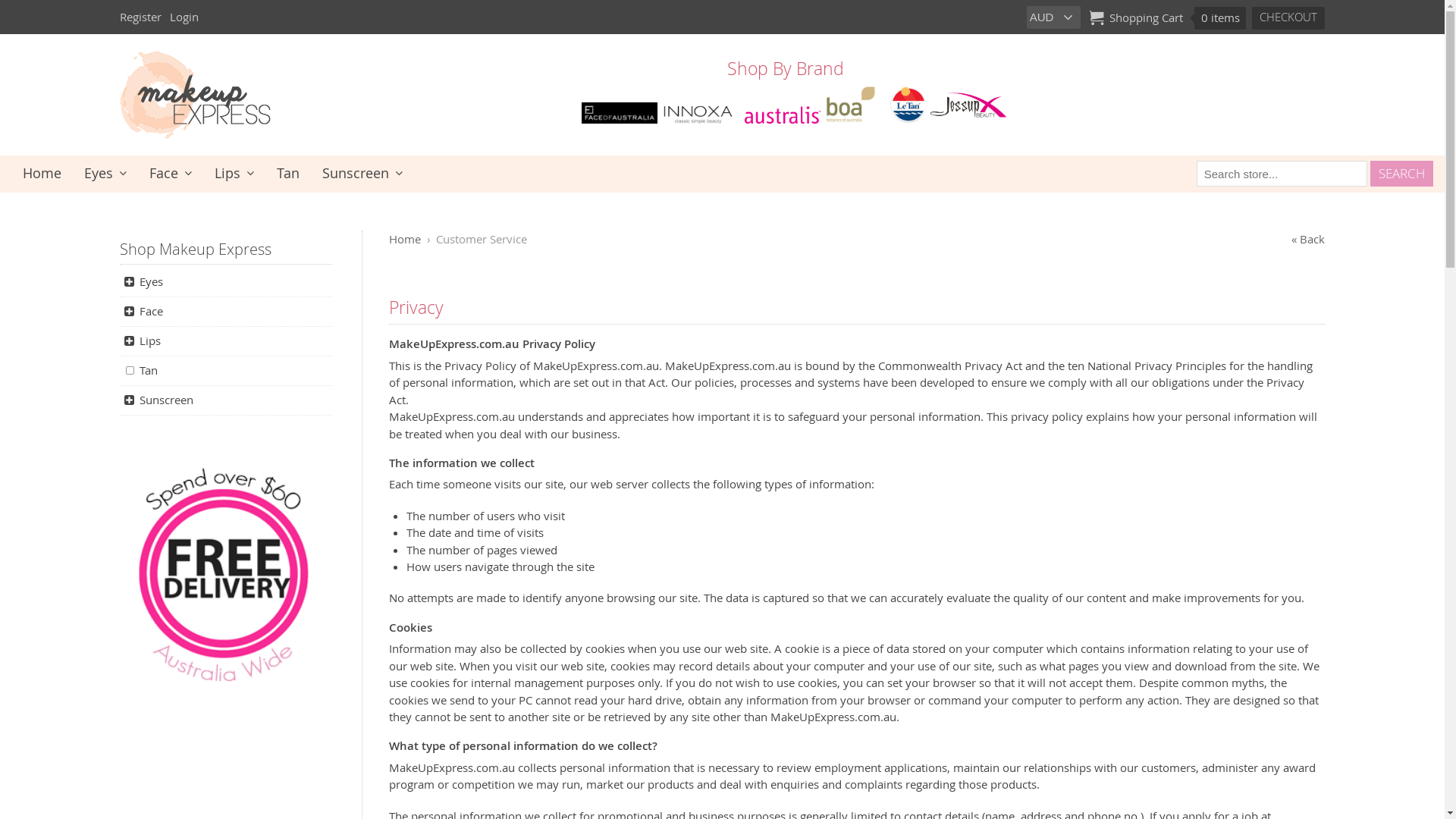  I want to click on 'Login', so click(184, 17).